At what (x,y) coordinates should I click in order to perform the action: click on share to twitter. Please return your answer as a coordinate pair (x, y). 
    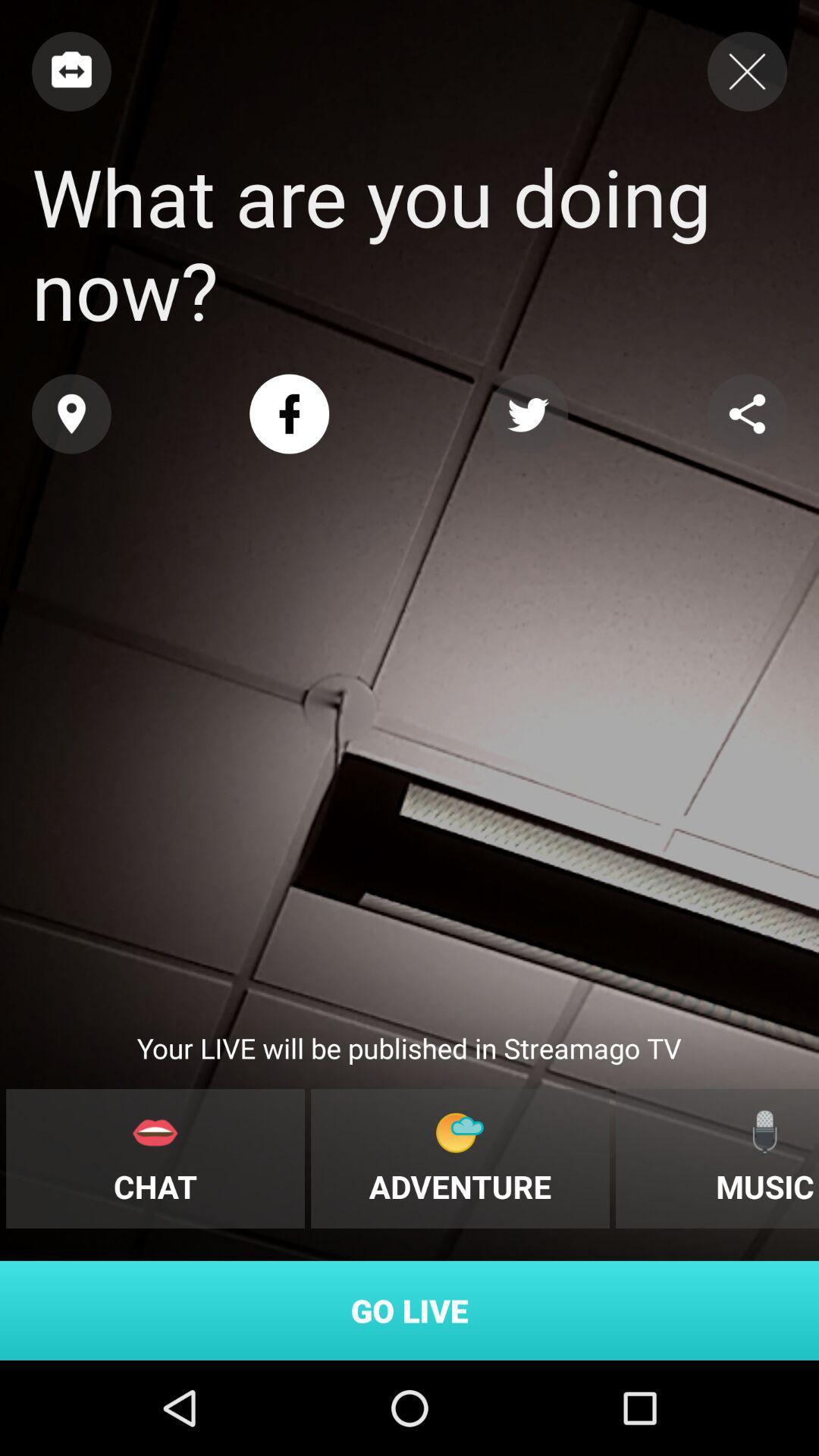
    Looking at the image, I should click on (527, 414).